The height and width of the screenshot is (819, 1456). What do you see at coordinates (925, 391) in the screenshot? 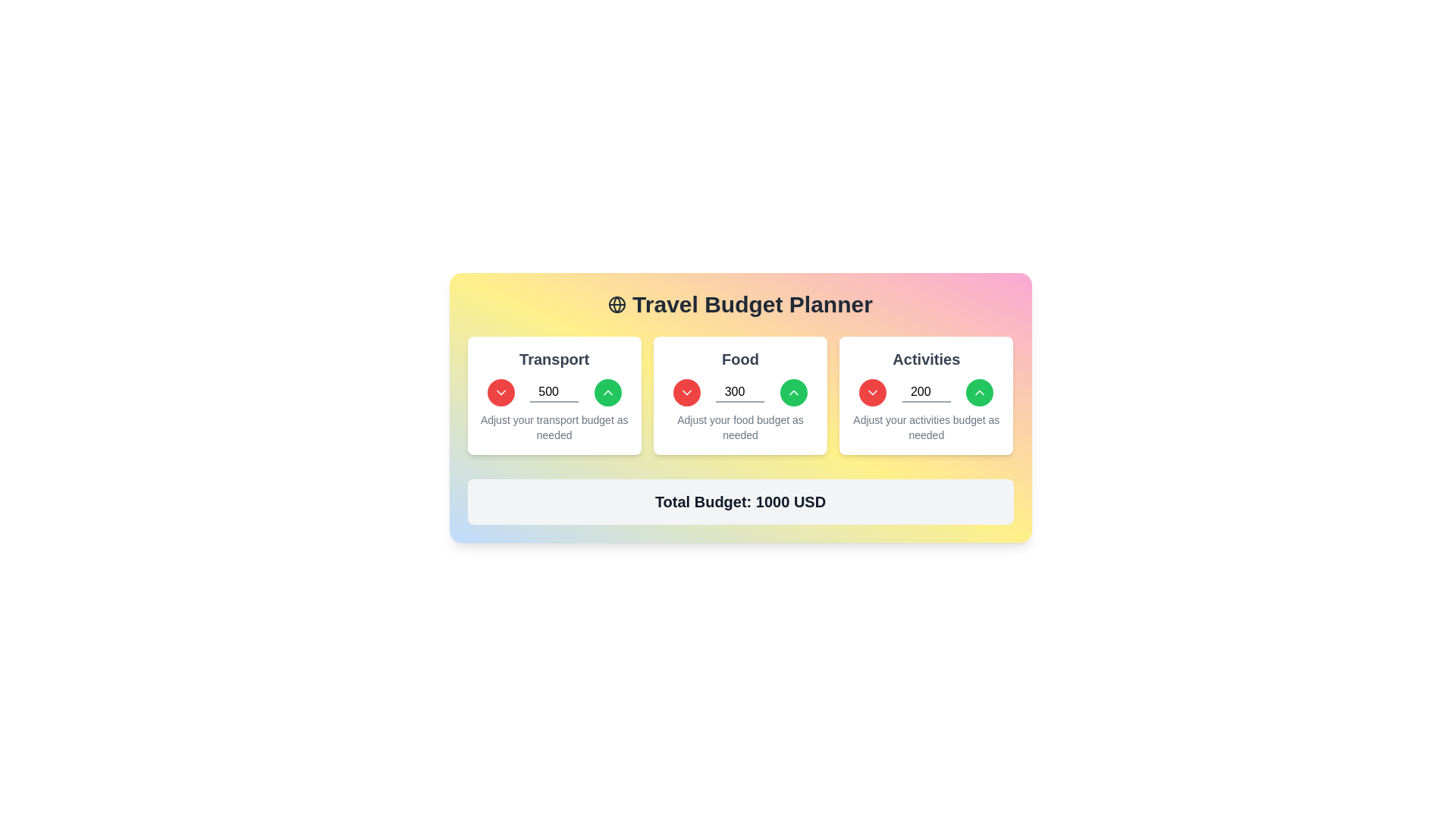
I see `the numeric input field displaying the value '200'` at bounding box center [925, 391].